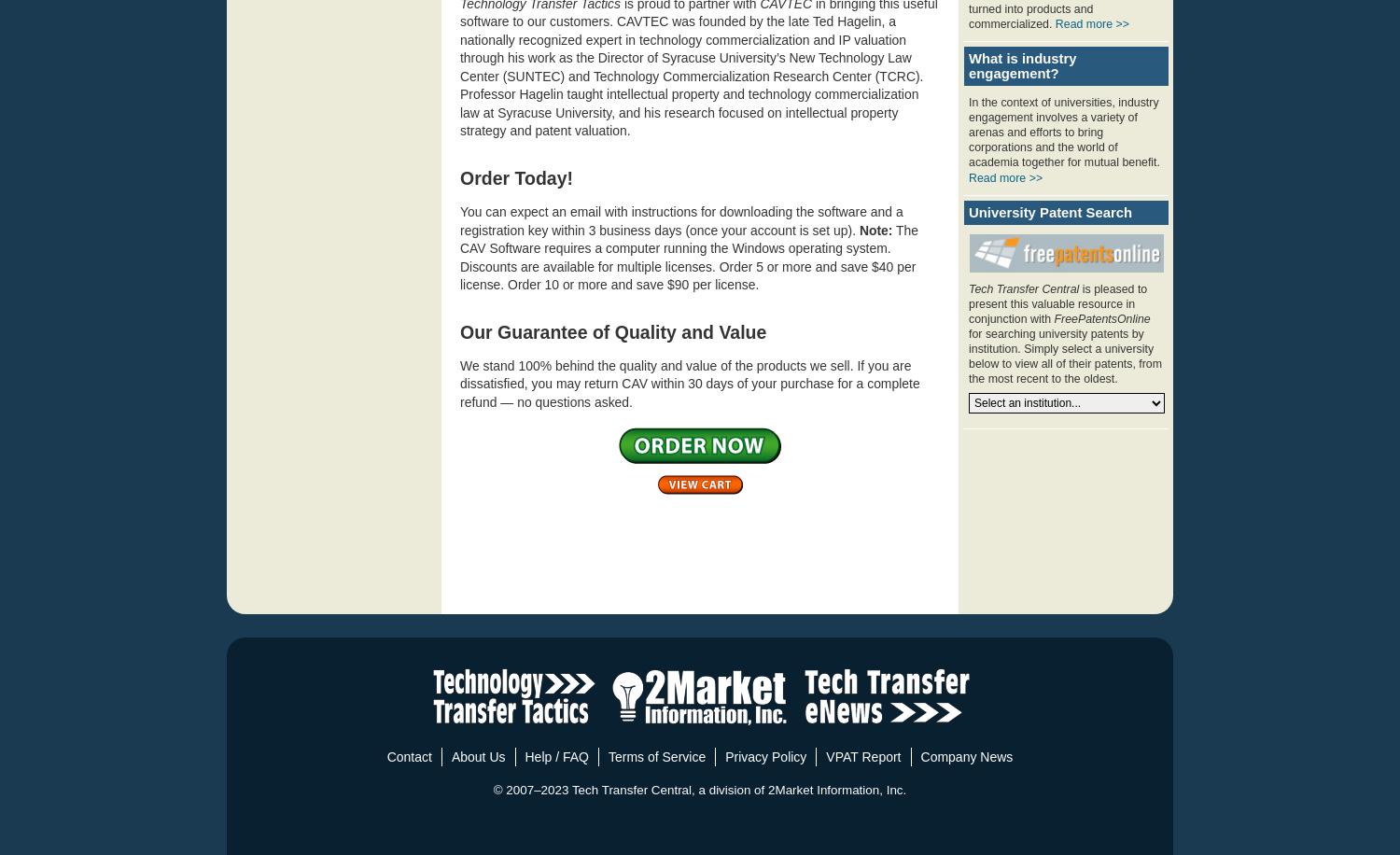 This screenshot has height=855, width=1400. What do you see at coordinates (826, 756) in the screenshot?
I see `'VPAT Report'` at bounding box center [826, 756].